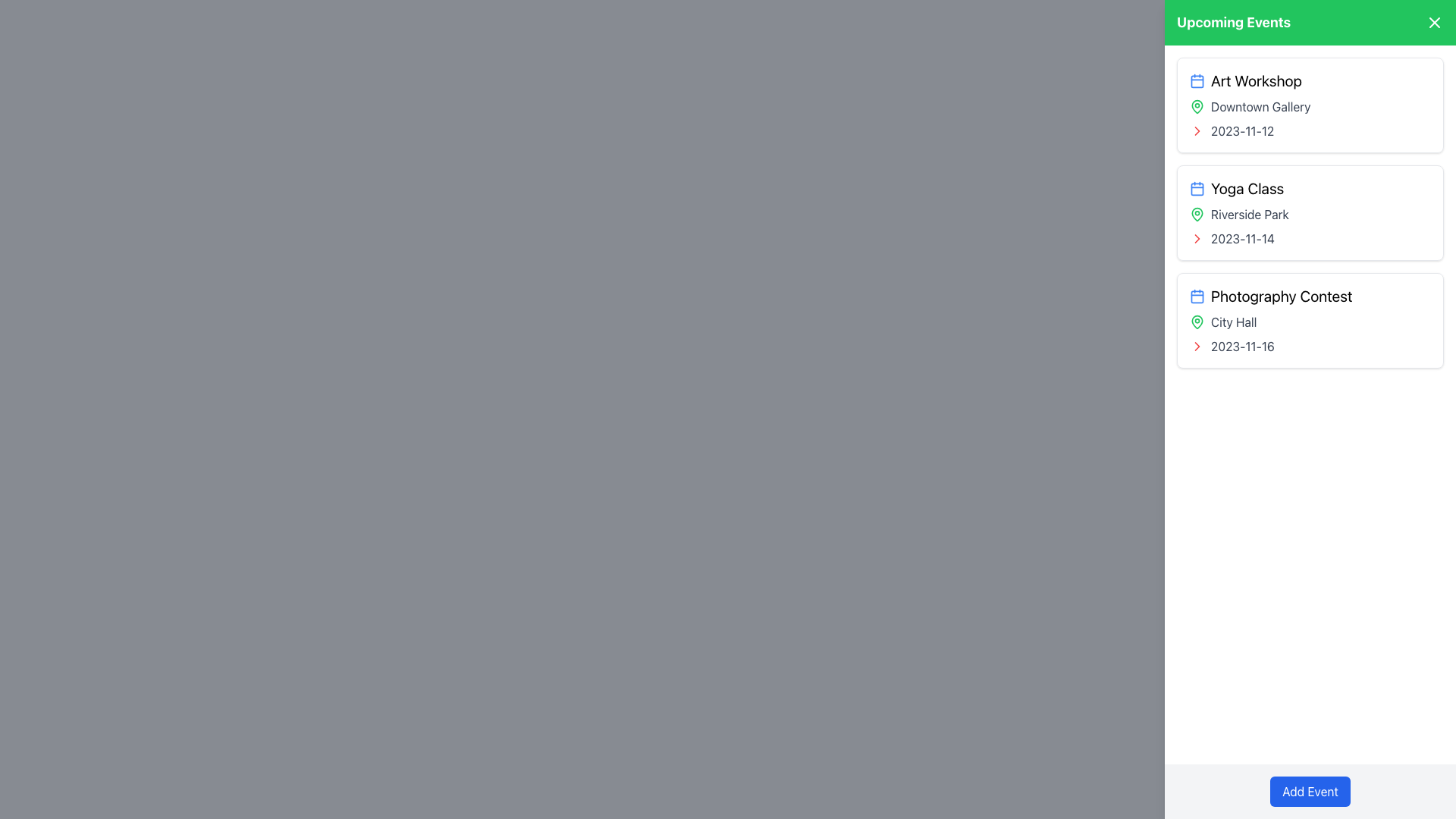  Describe the element at coordinates (1310, 213) in the screenshot. I see `the second item in the 'Upcoming Events' list` at that location.